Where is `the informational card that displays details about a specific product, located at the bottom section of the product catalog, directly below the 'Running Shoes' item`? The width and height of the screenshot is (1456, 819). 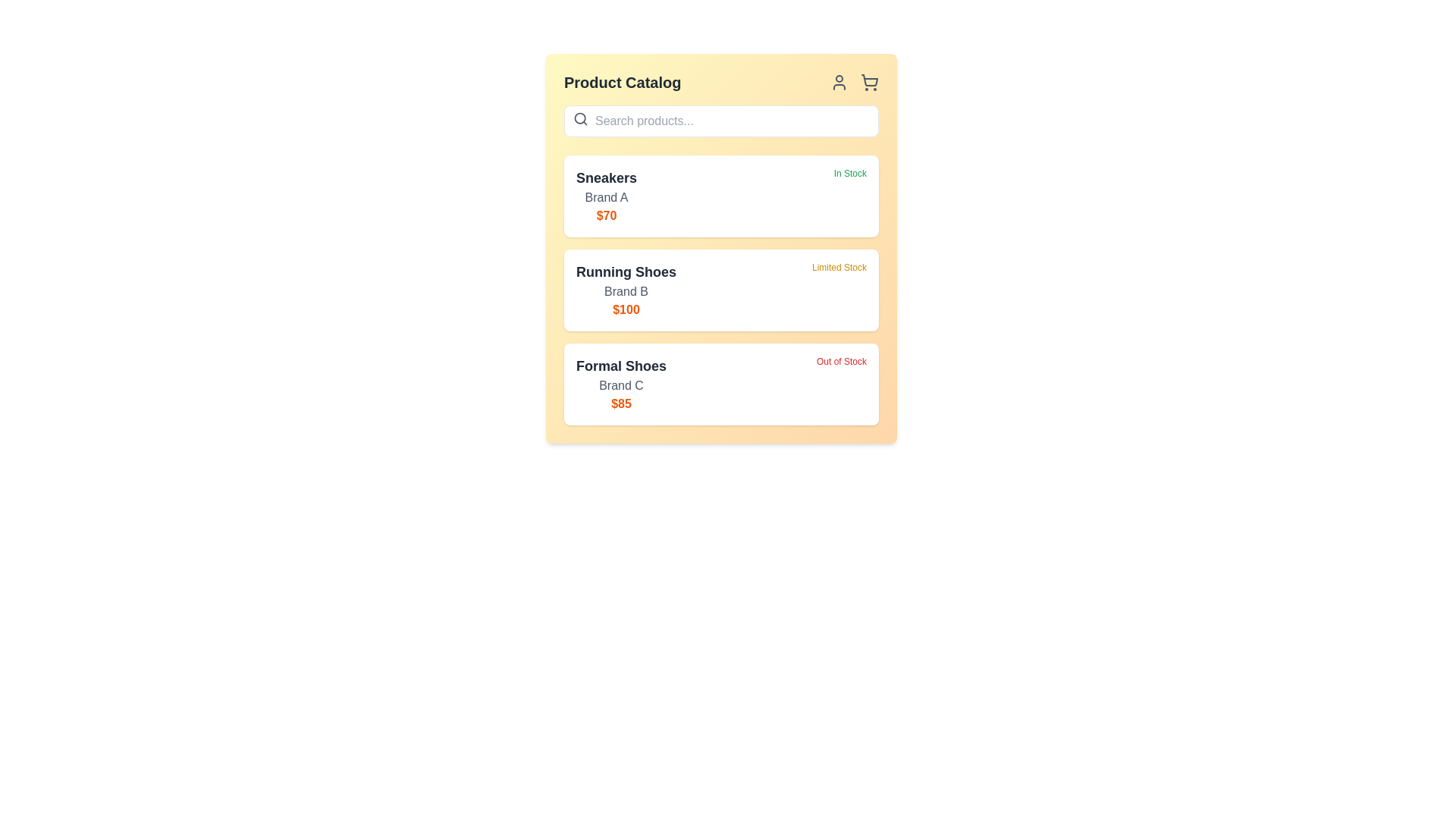 the informational card that displays details about a specific product, located at the bottom section of the product catalog, directly below the 'Running Shoes' item is located at coordinates (621, 383).